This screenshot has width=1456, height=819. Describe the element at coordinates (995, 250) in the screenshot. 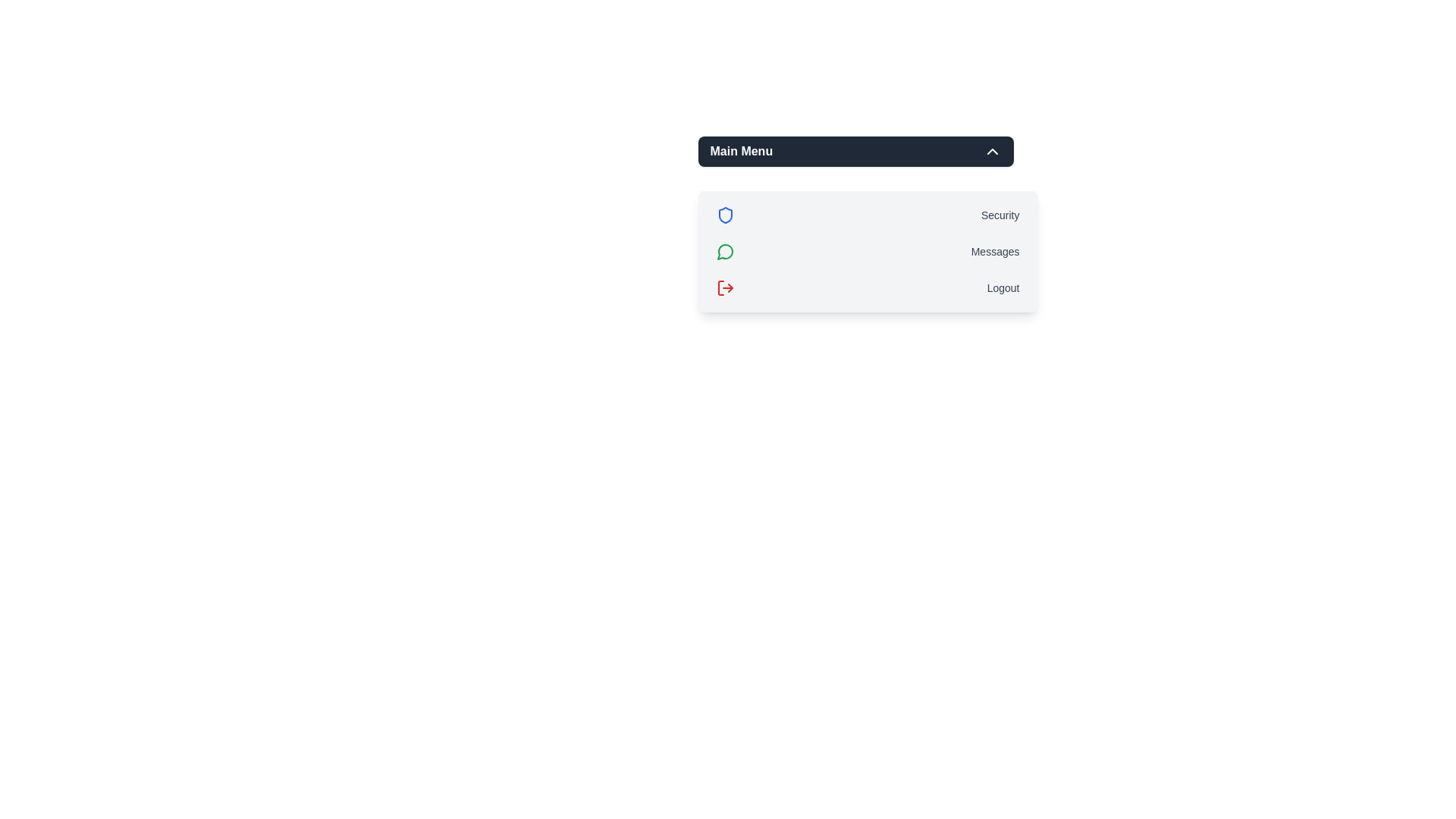

I see `the non-interactive 'Messages' label located in the menu section, positioned to the right of the speech bubble icon and aligned with the 'Logout' text below` at that location.